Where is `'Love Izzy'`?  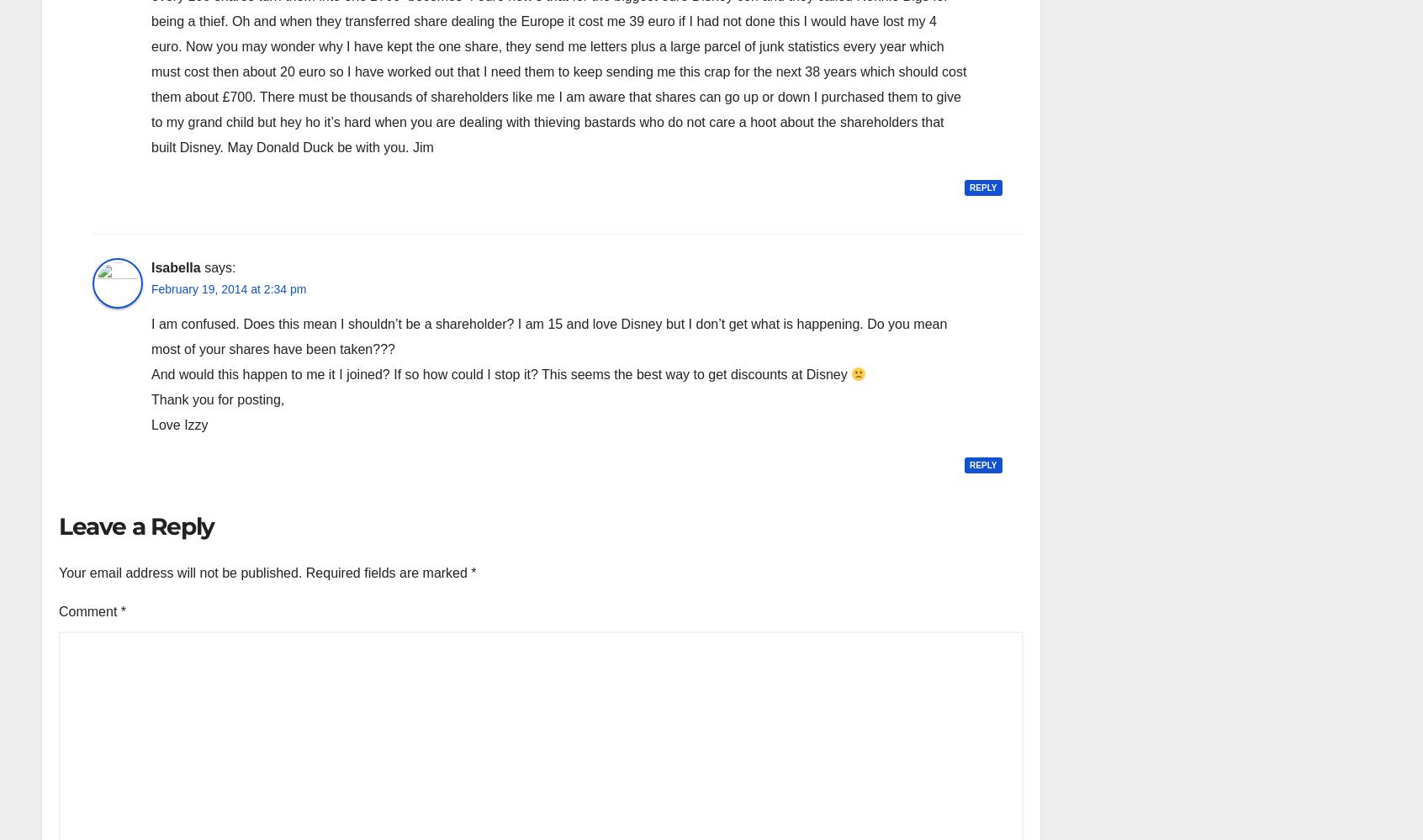 'Love Izzy' is located at coordinates (179, 424).